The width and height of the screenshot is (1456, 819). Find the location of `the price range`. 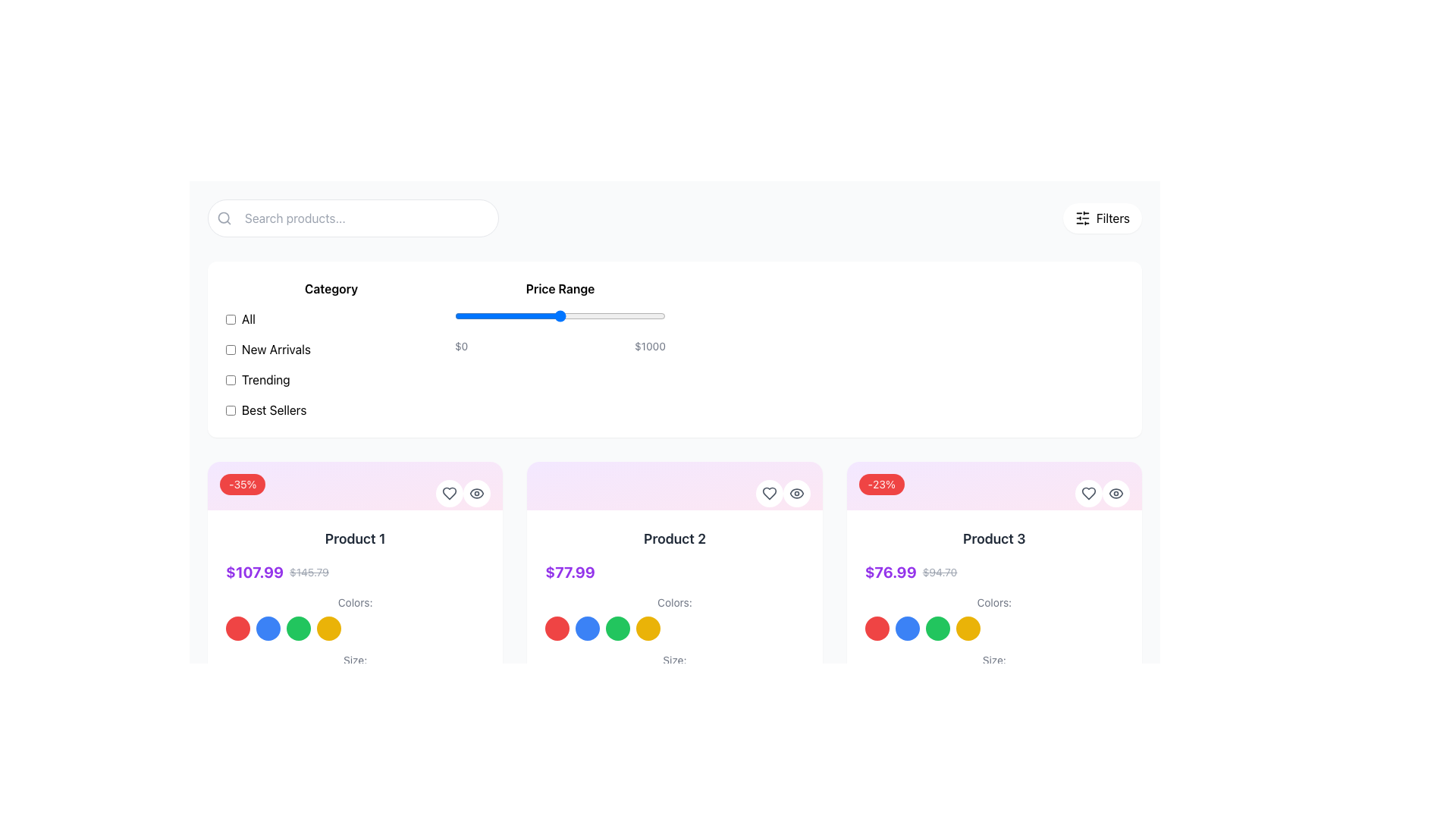

the price range is located at coordinates (533, 315).